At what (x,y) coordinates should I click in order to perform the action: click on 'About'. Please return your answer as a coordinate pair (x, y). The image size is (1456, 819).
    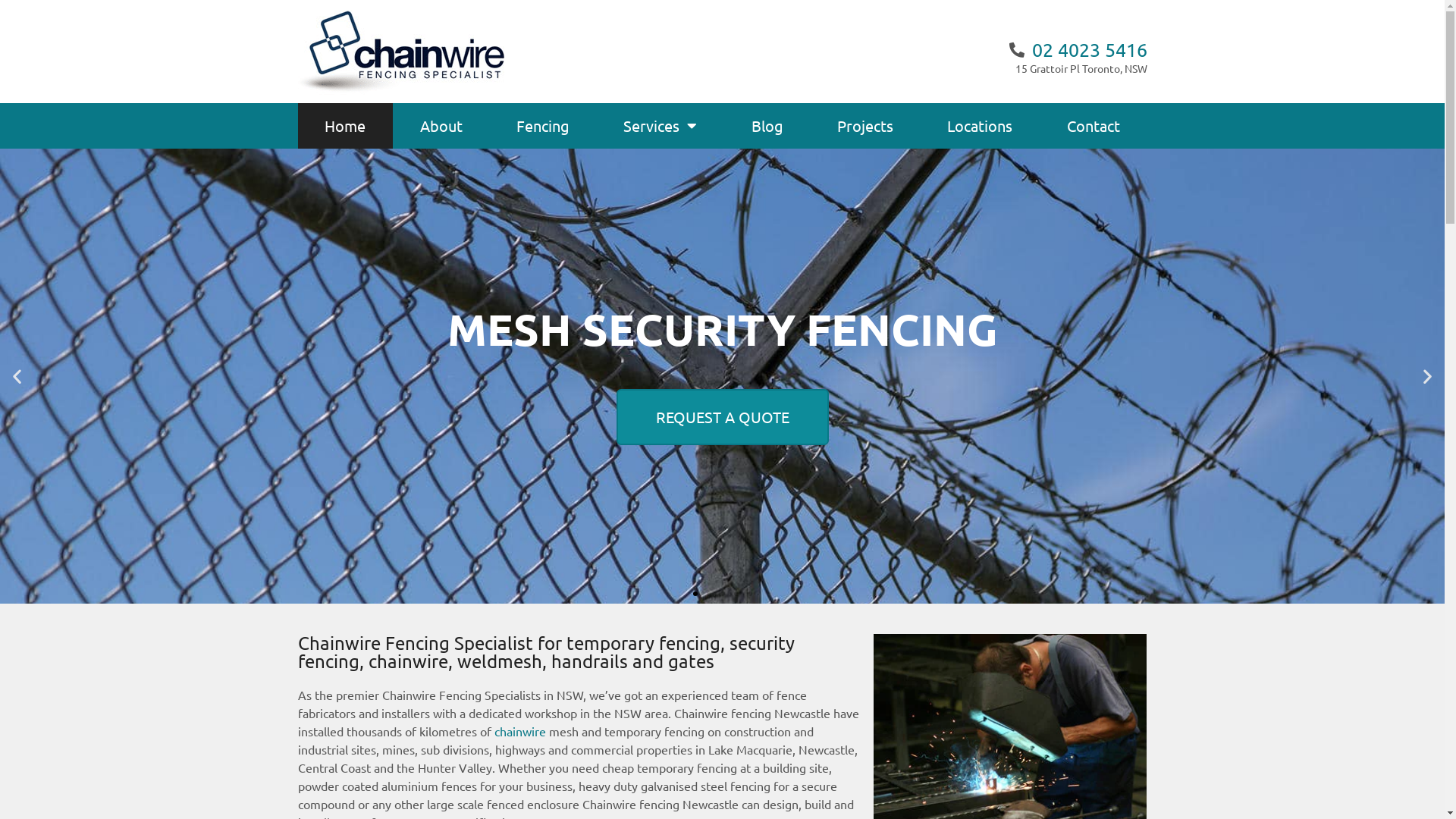
    Looking at the image, I should click on (440, 124).